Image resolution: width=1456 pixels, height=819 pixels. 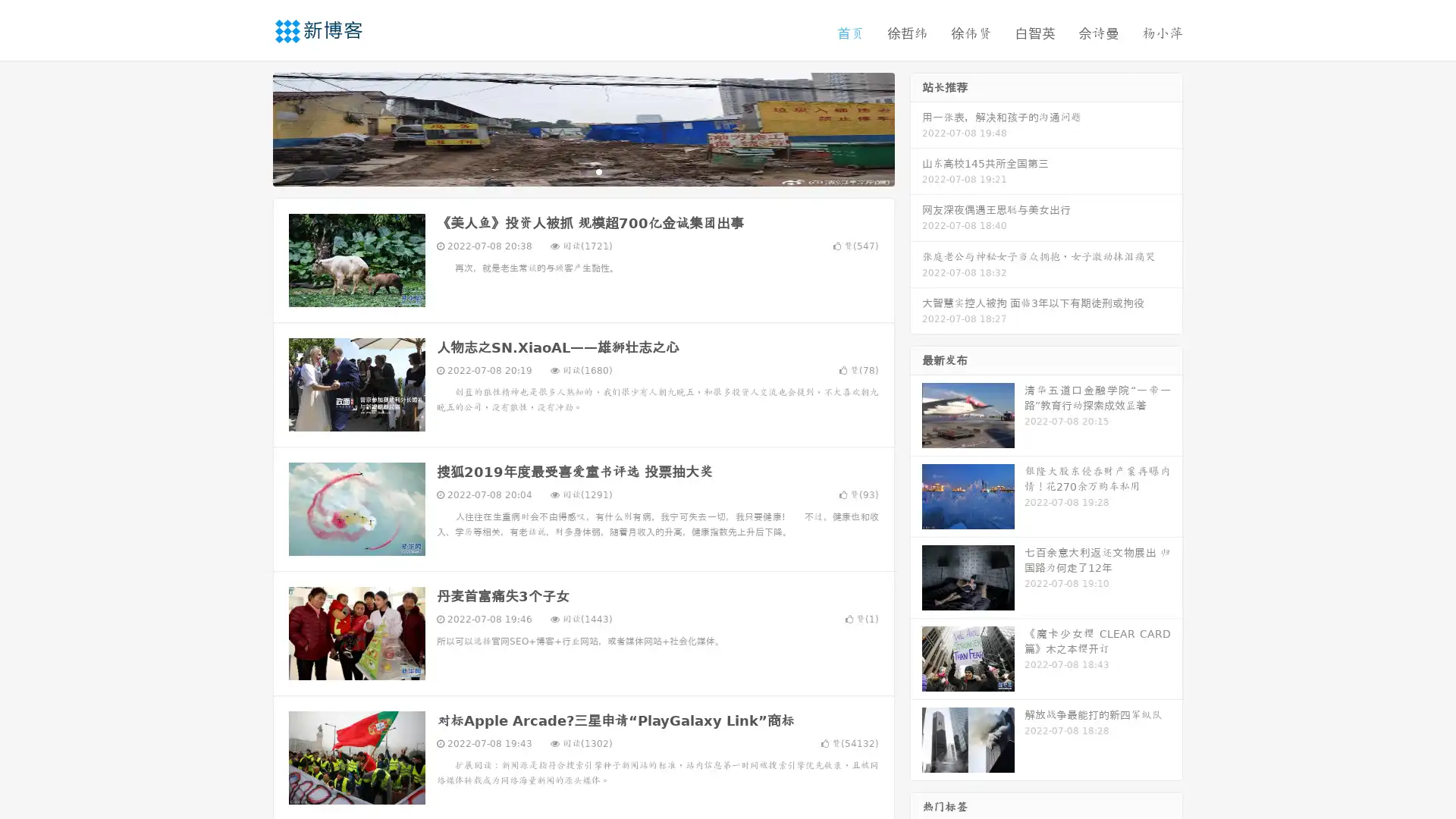 What do you see at coordinates (916, 127) in the screenshot?
I see `Next slide` at bounding box center [916, 127].